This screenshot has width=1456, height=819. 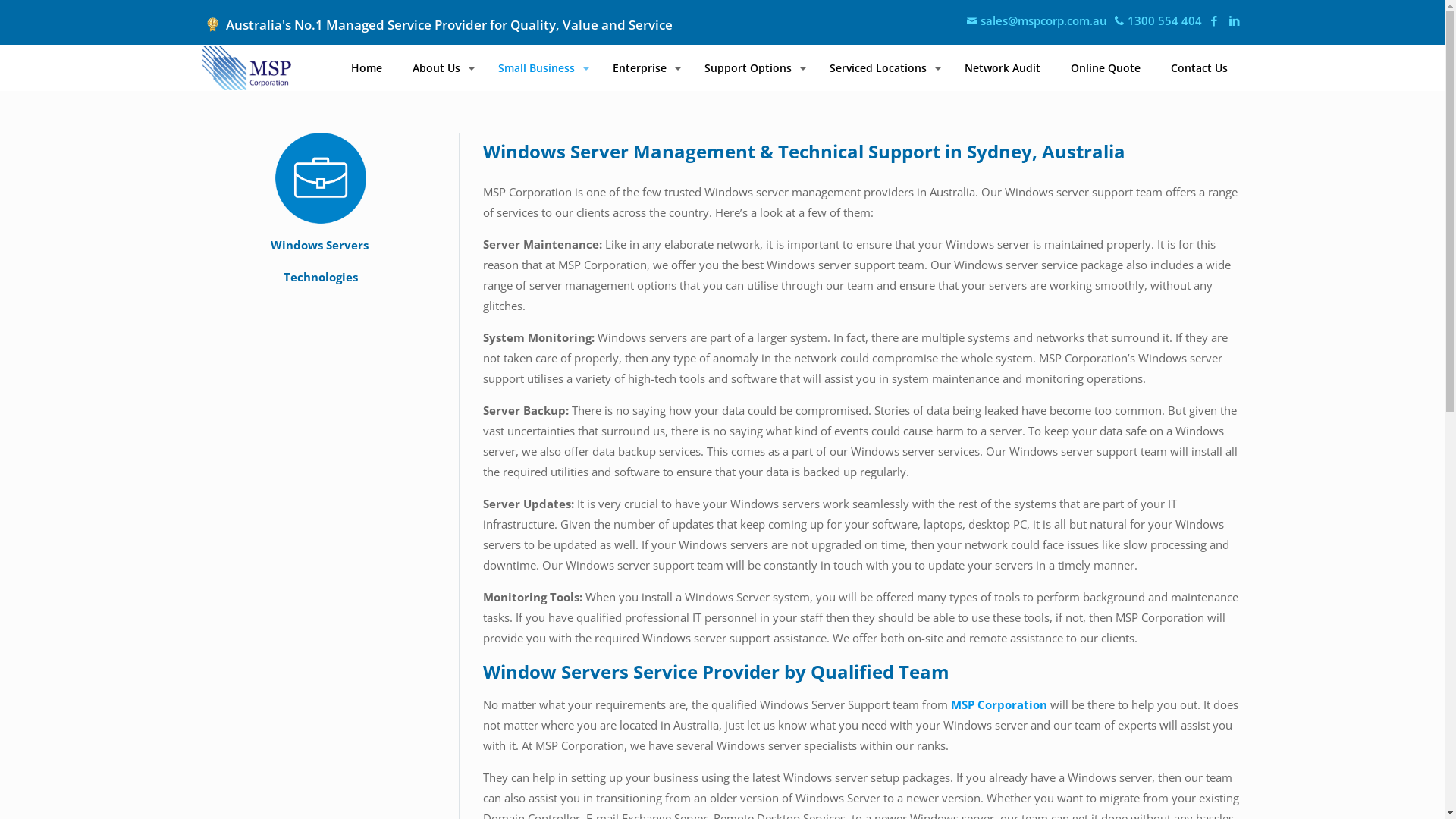 What do you see at coordinates (1035, 20) in the screenshot?
I see `'sales@mspcorp.com.au'` at bounding box center [1035, 20].